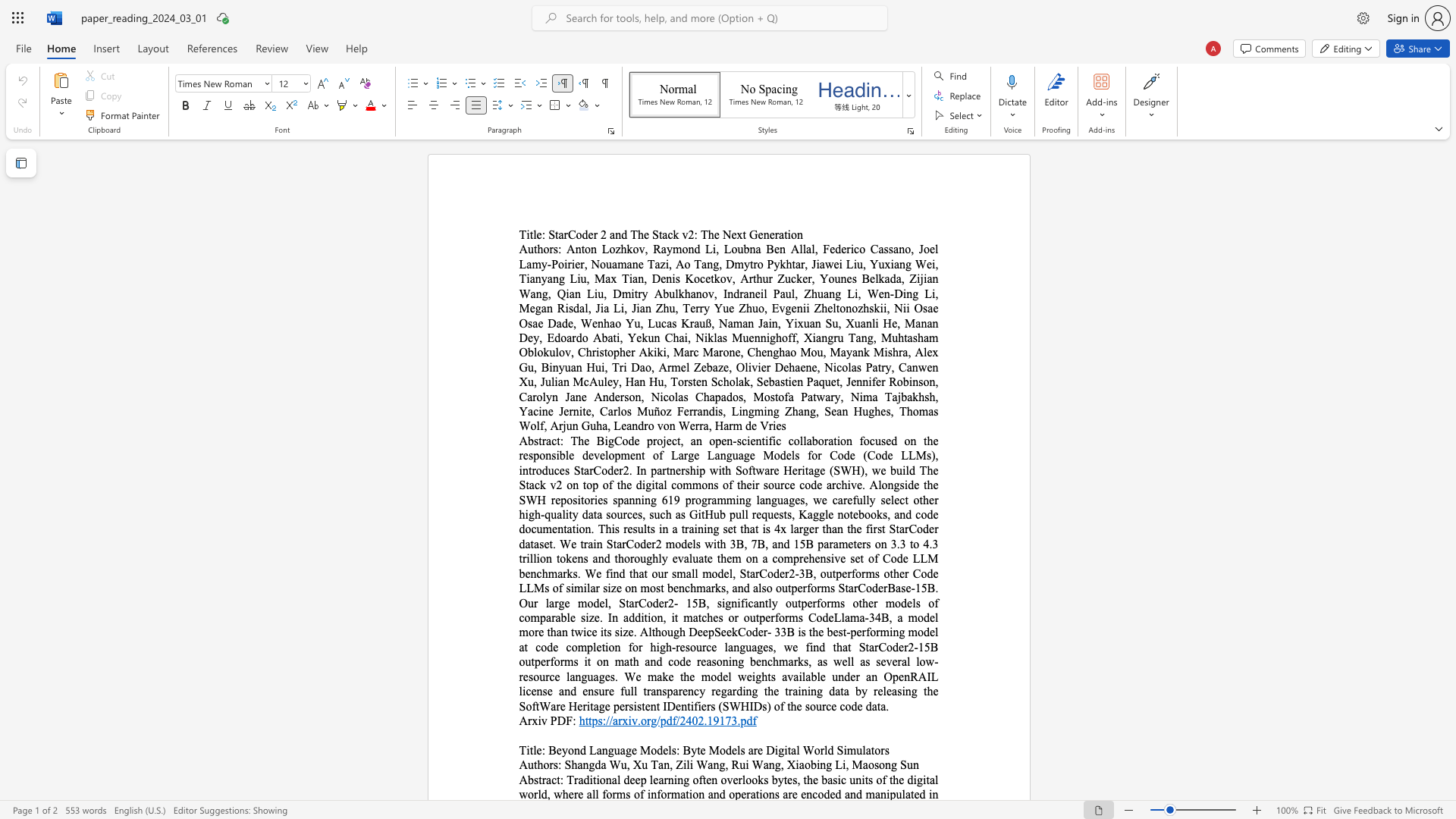  I want to click on the subset text "are Digital" within the text "Beyond Language Models: Byte Models are Digital World Simulators", so click(748, 749).